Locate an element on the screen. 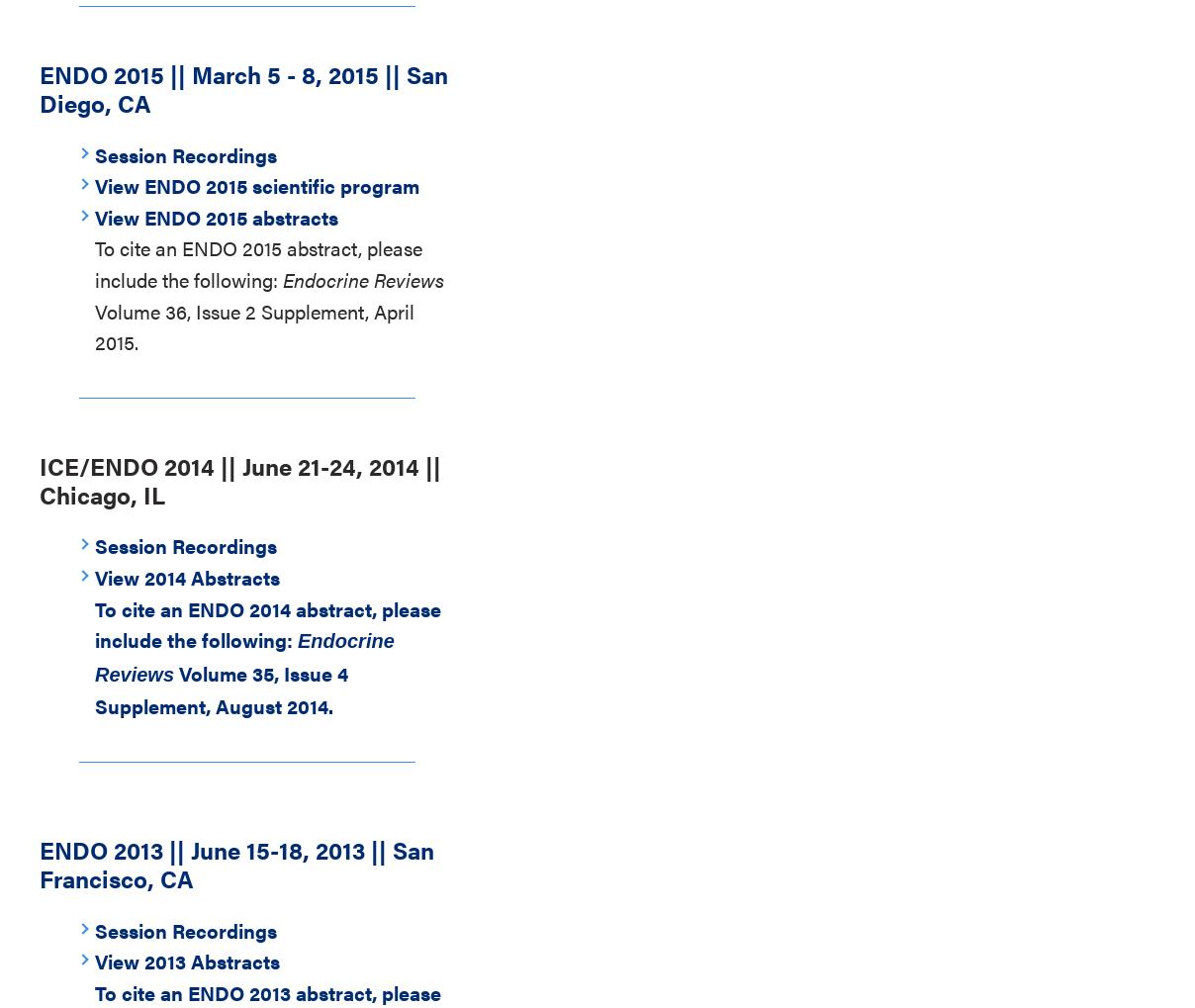 The image size is (1195, 1008). 'Volume 35, Issue 4 Supplement, August 2014.' is located at coordinates (221, 688).